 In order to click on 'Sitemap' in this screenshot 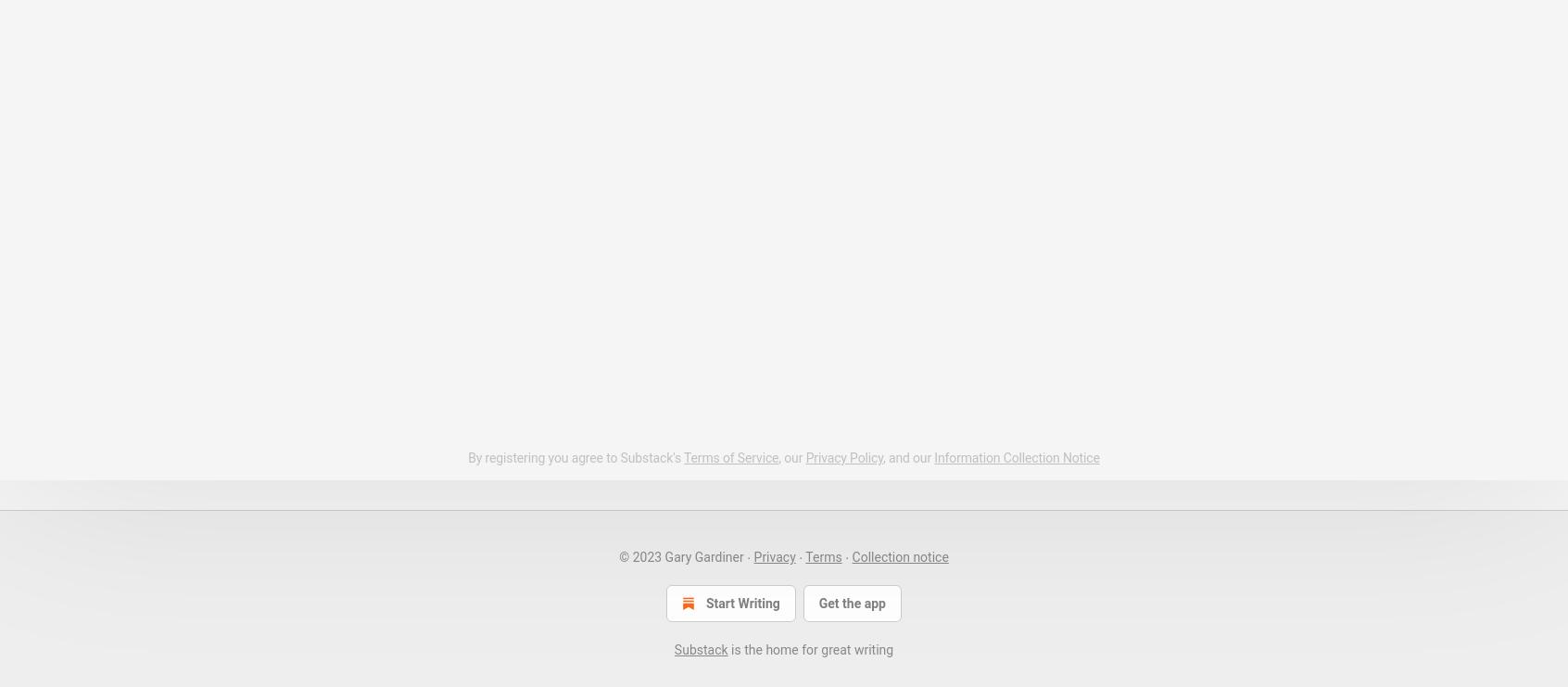, I will do `click(214, 471)`.